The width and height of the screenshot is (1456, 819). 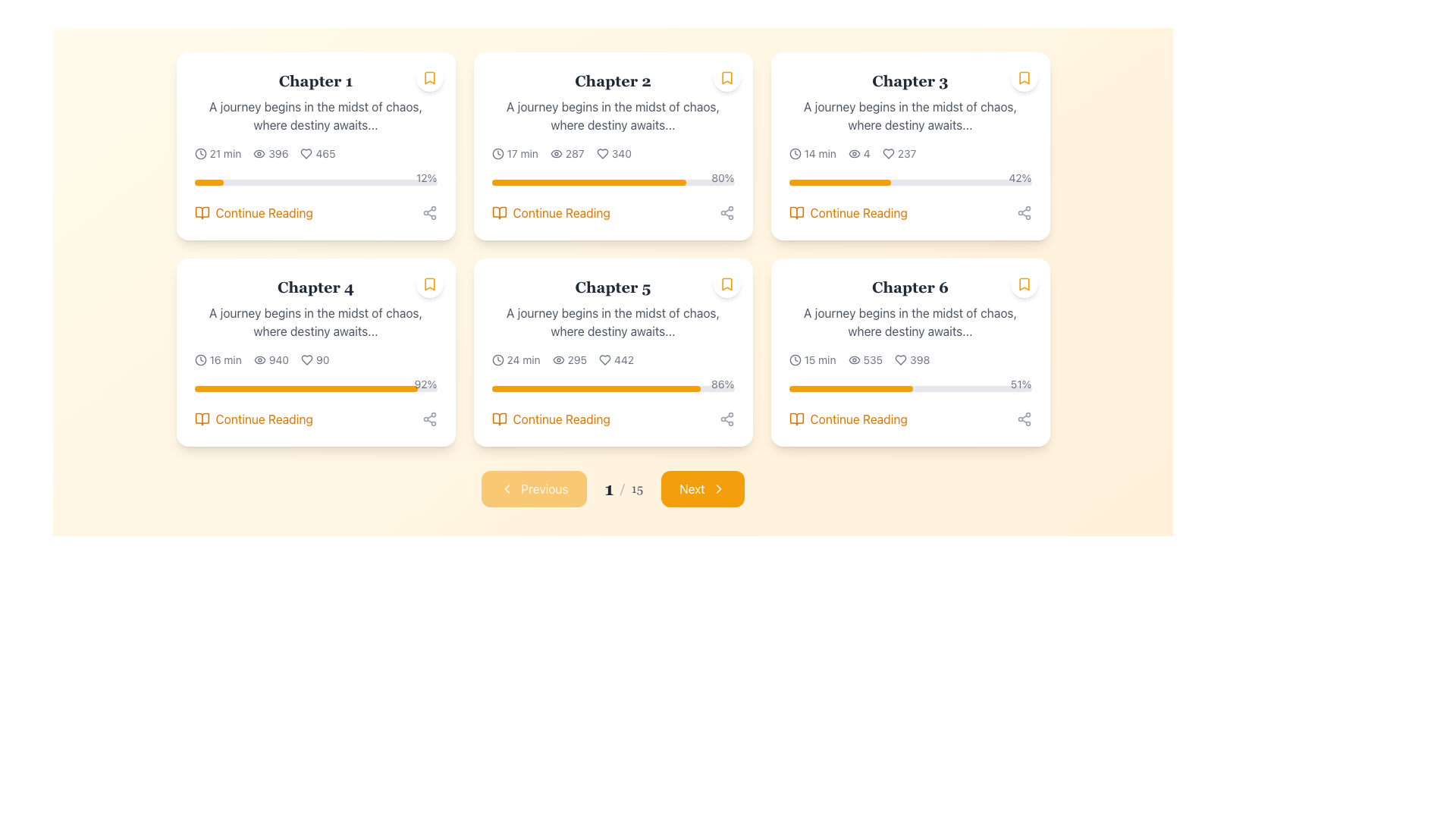 I want to click on the bright amber progress indicator located in the Chapter 1 section's progress bar on the top-left of the layout, so click(x=208, y=181).